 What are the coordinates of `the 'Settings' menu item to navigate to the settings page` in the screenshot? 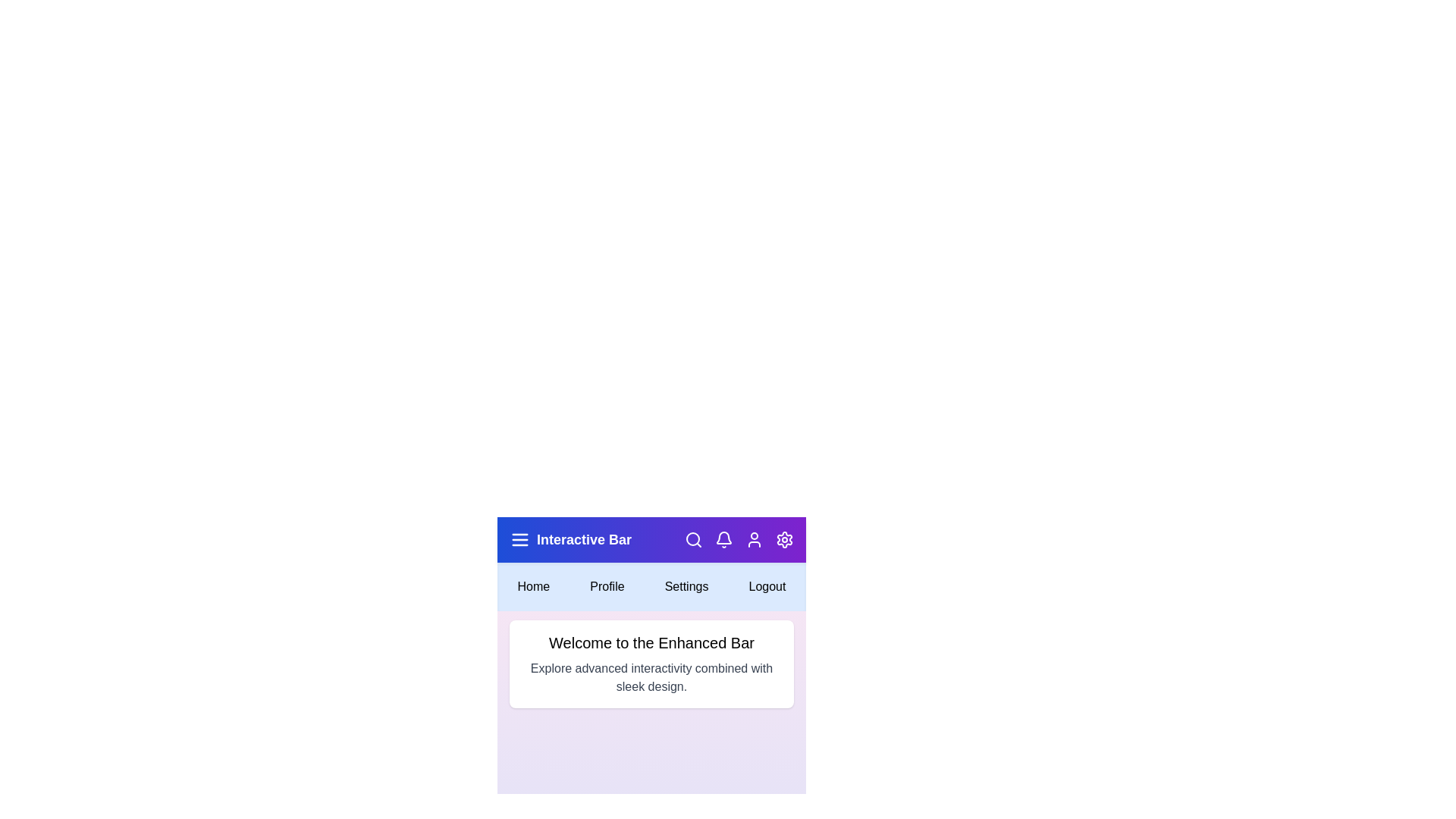 It's located at (686, 586).